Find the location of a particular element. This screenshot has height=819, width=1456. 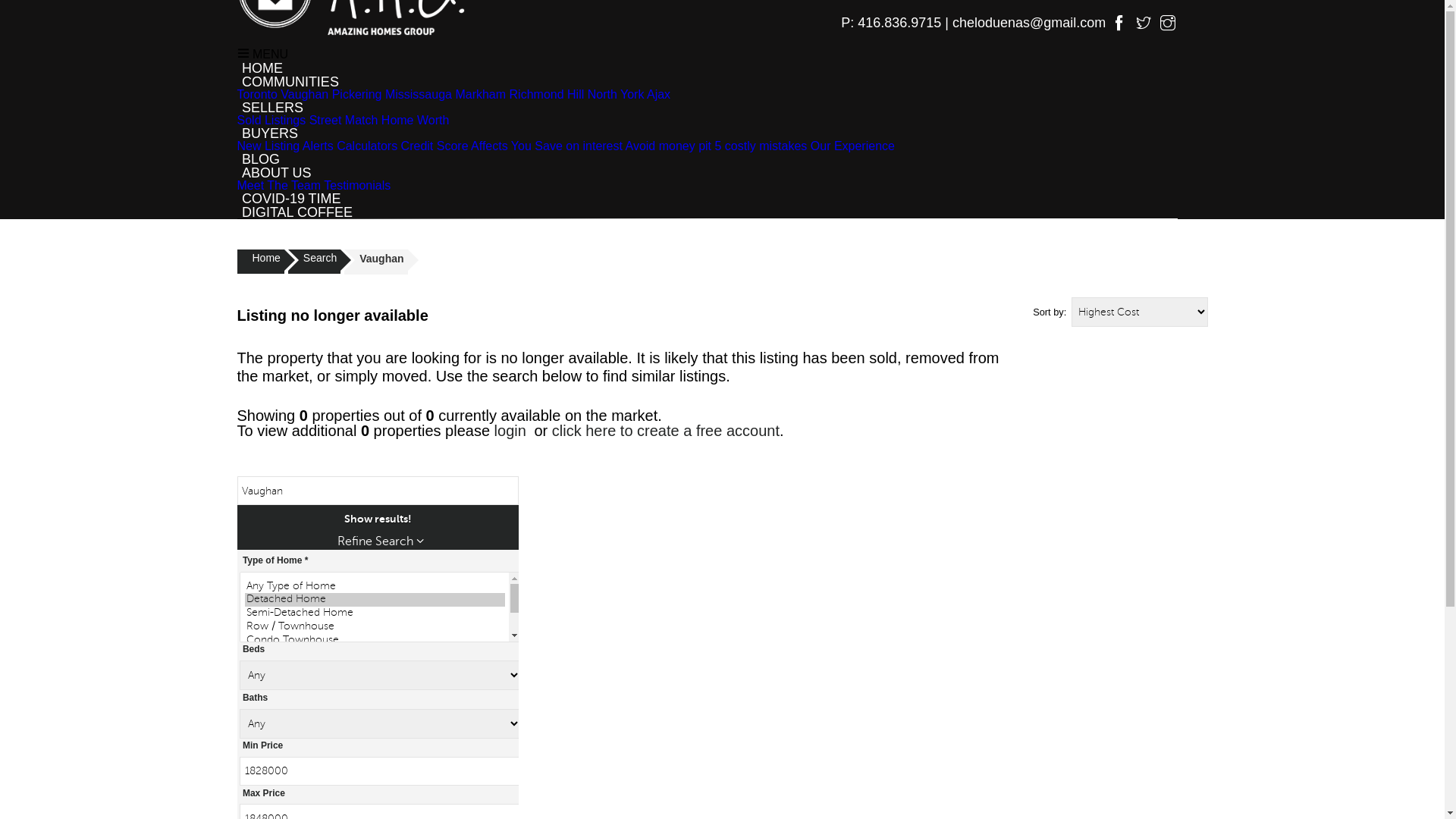

'Markham' is located at coordinates (479, 94).